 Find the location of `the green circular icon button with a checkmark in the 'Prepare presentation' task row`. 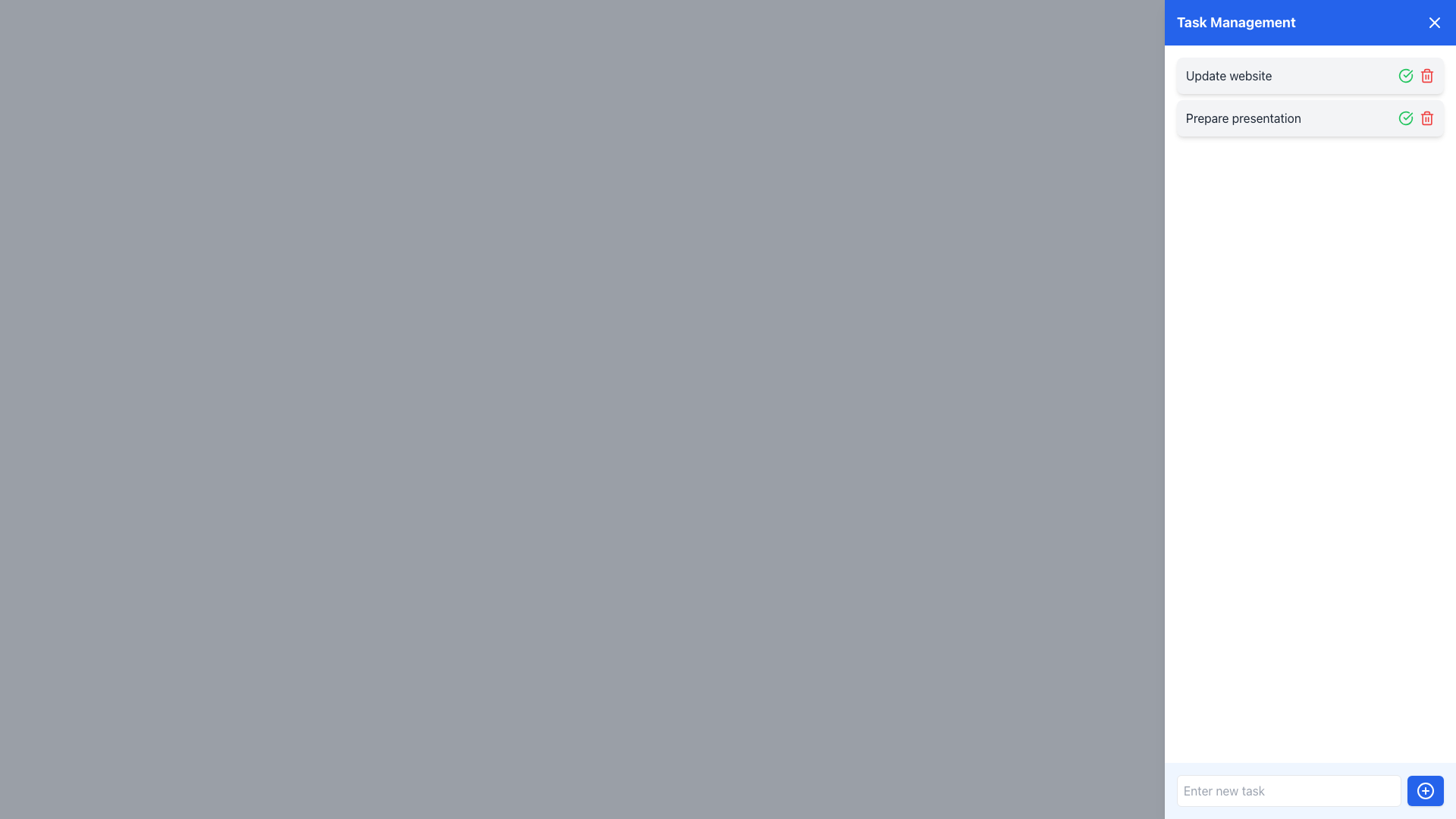

the green circular icon button with a checkmark in the 'Prepare presentation' task row is located at coordinates (1404, 117).